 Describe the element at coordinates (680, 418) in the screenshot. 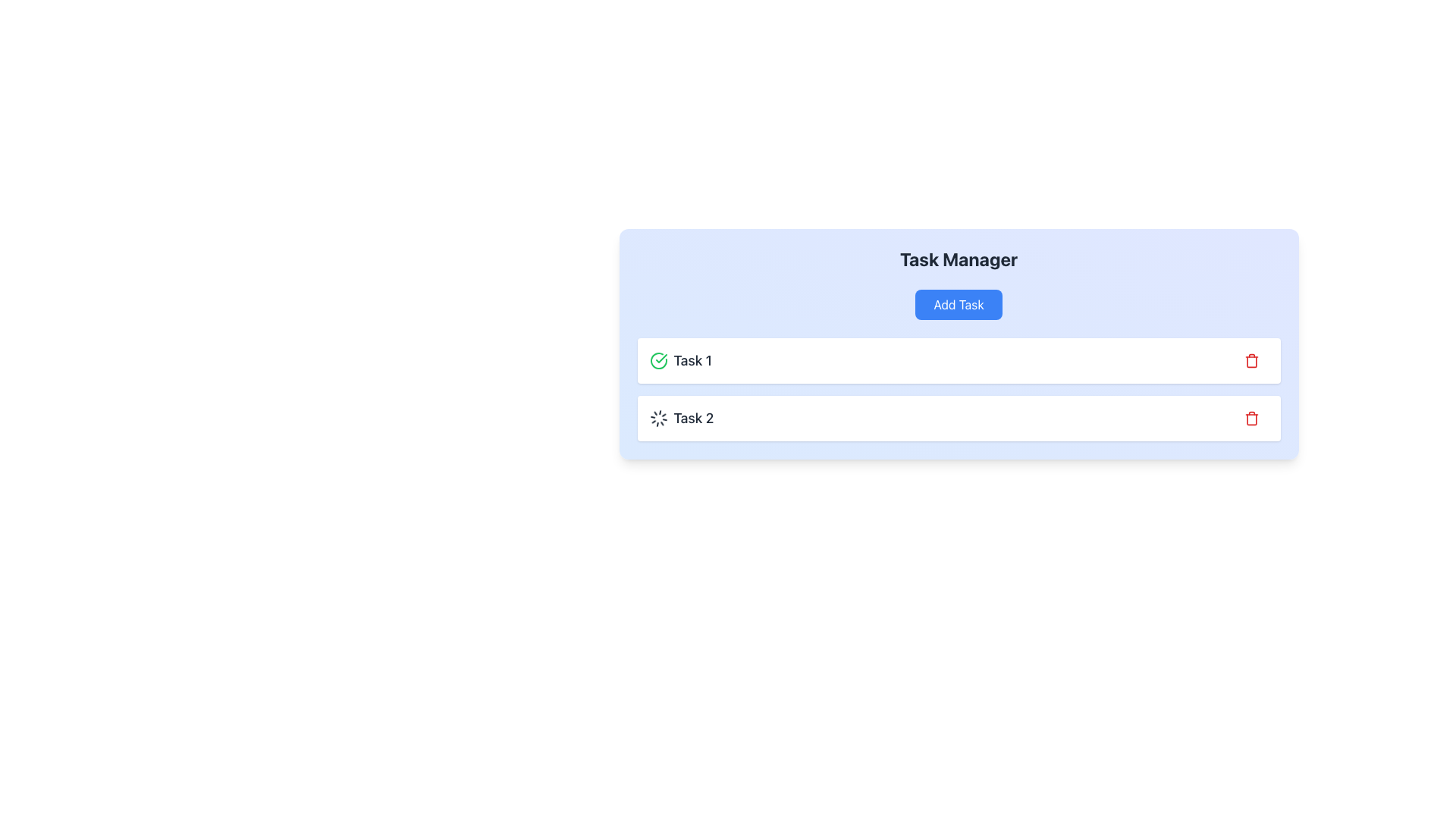

I see `the label indicating 'Task 2' with a spinning loader icon` at that location.